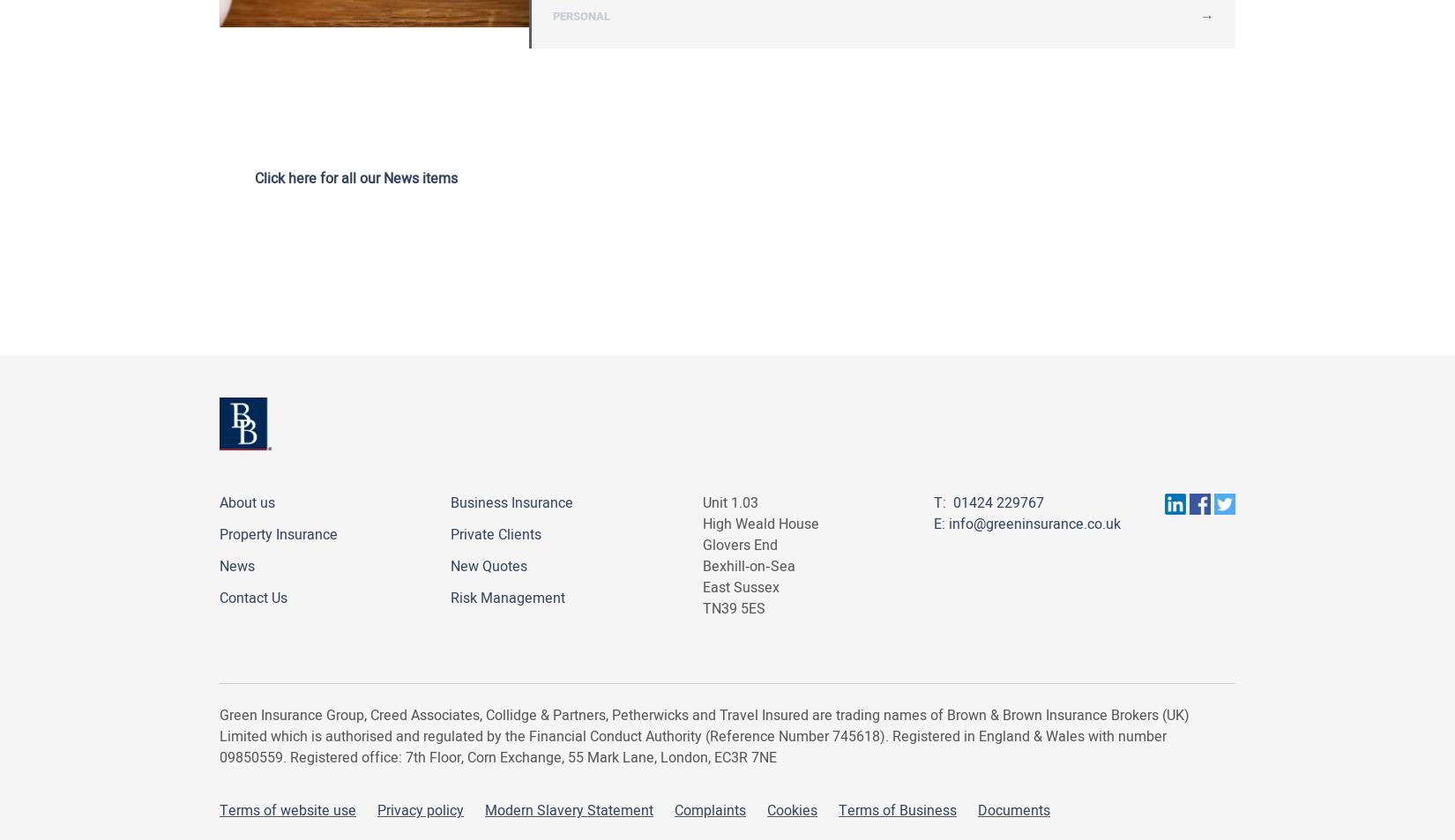 The height and width of the screenshot is (840, 1455). What do you see at coordinates (495, 534) in the screenshot?
I see `'Private Clients'` at bounding box center [495, 534].